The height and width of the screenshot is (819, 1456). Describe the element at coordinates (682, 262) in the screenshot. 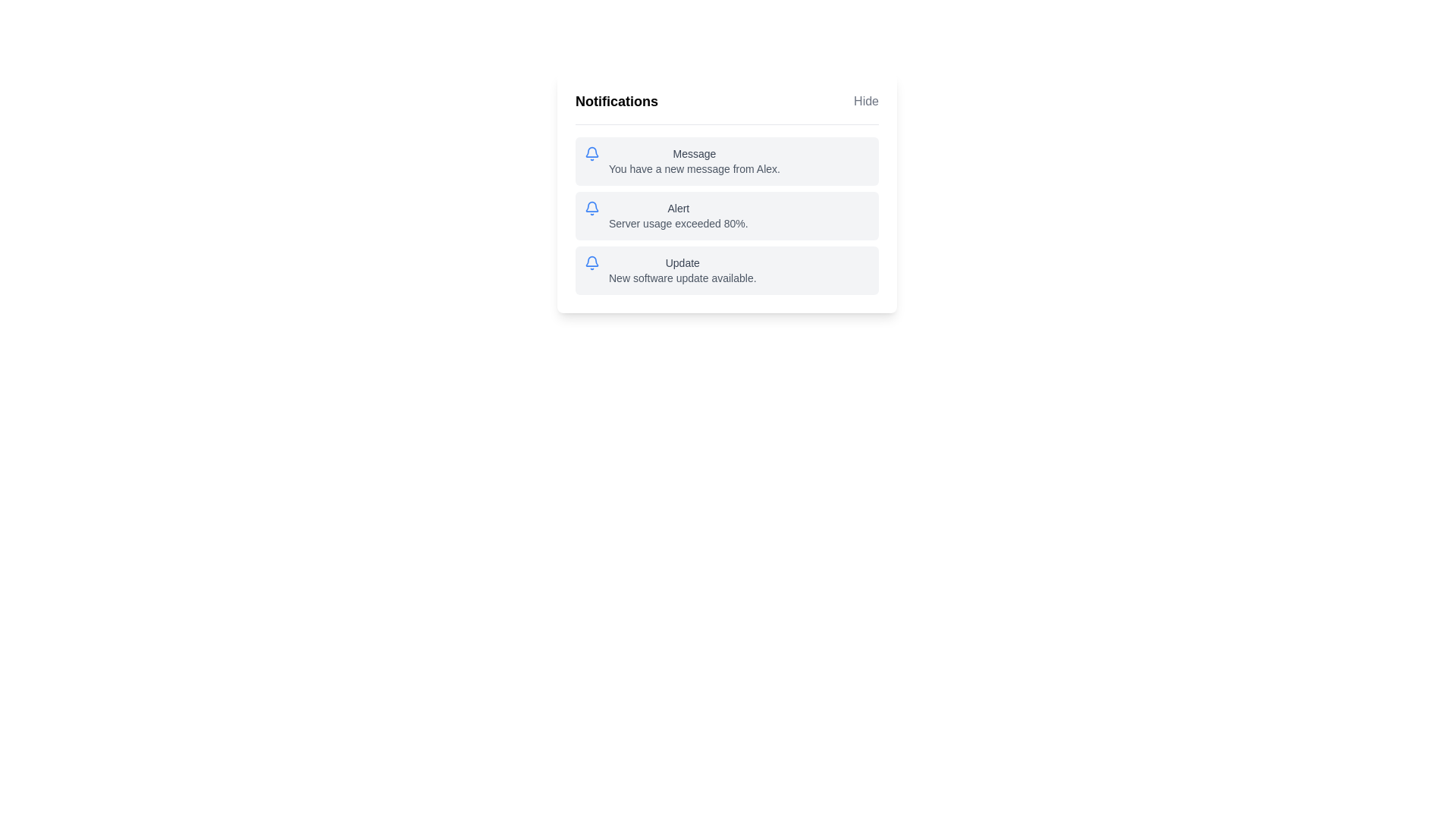

I see `the static text label that serves as the title for the notification, indicating an update alert, located above the text 'New software update available.'` at that location.